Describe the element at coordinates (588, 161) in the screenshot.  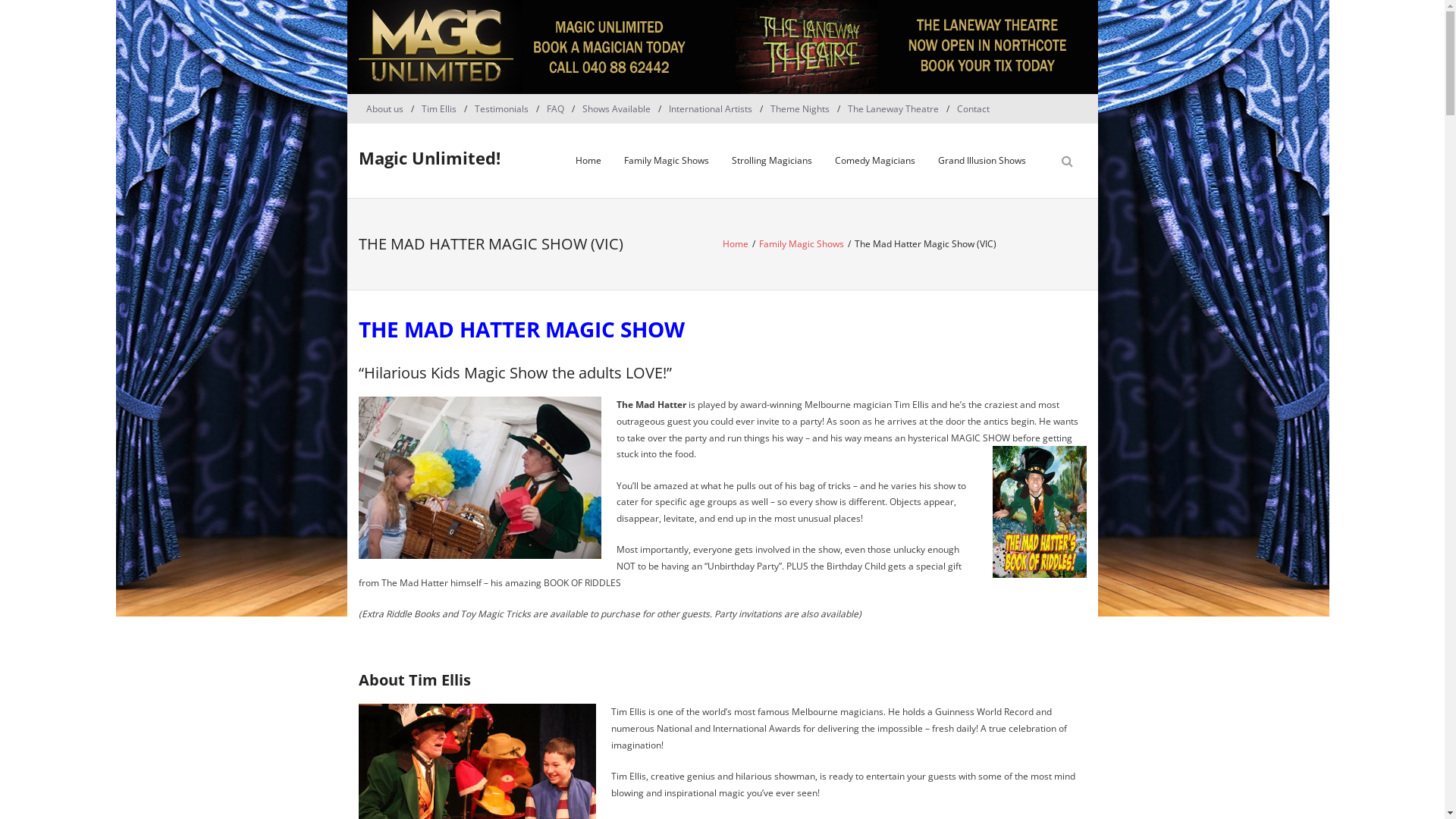
I see `'Home'` at that location.